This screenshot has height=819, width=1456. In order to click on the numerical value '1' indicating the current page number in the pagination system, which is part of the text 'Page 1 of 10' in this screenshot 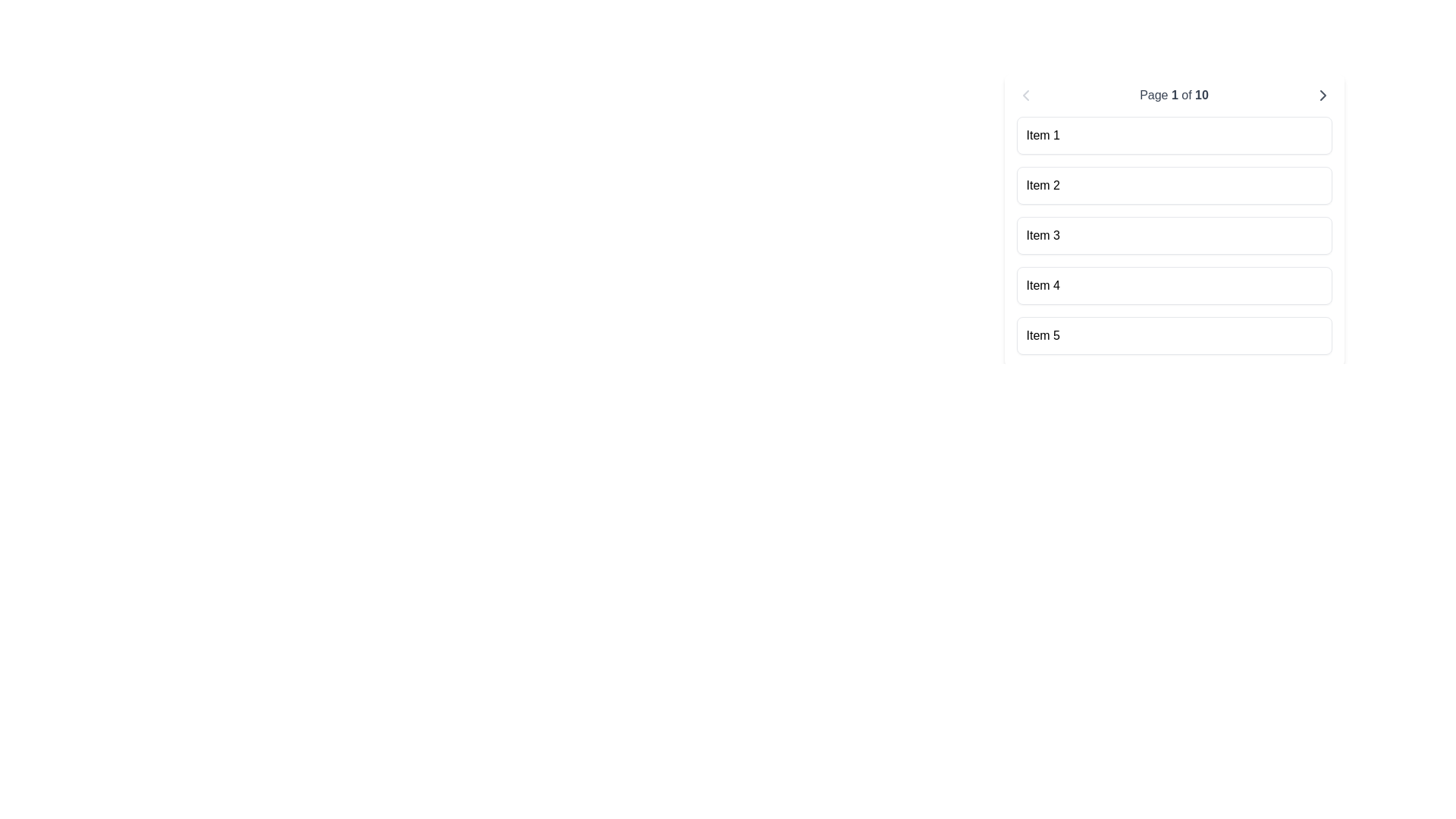, I will do `click(1174, 95)`.